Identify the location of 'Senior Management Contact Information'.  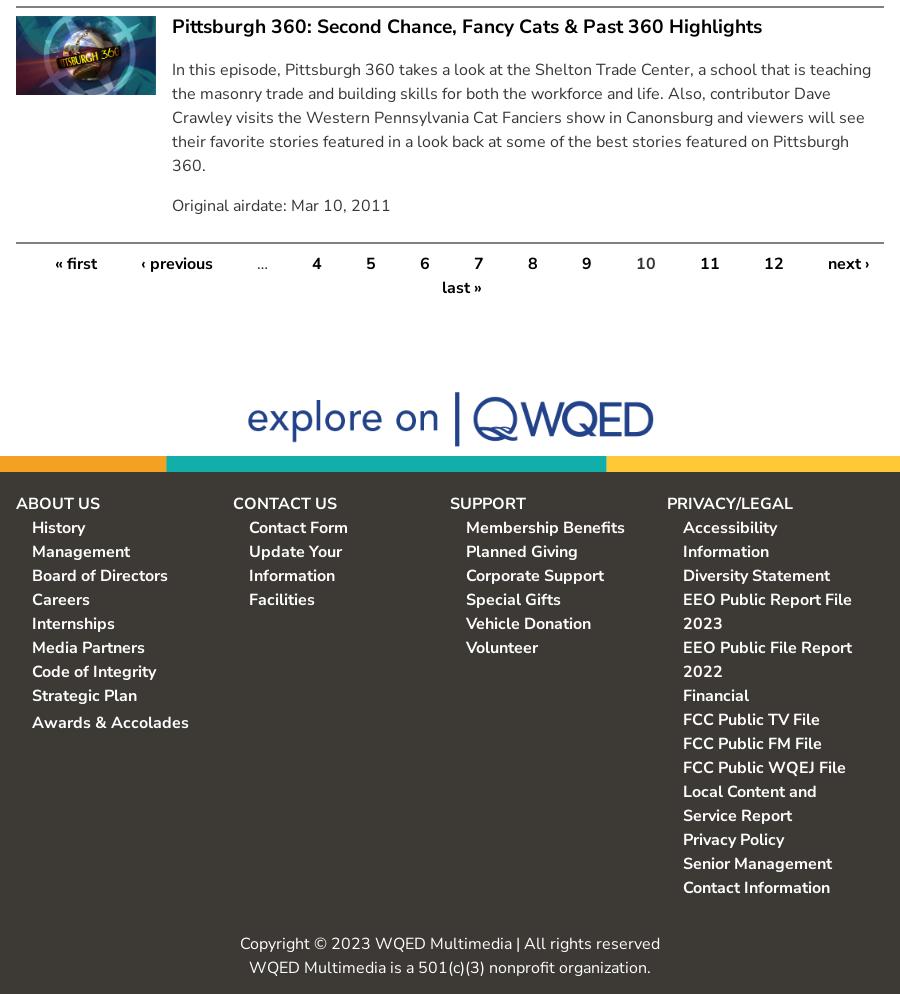
(756, 875).